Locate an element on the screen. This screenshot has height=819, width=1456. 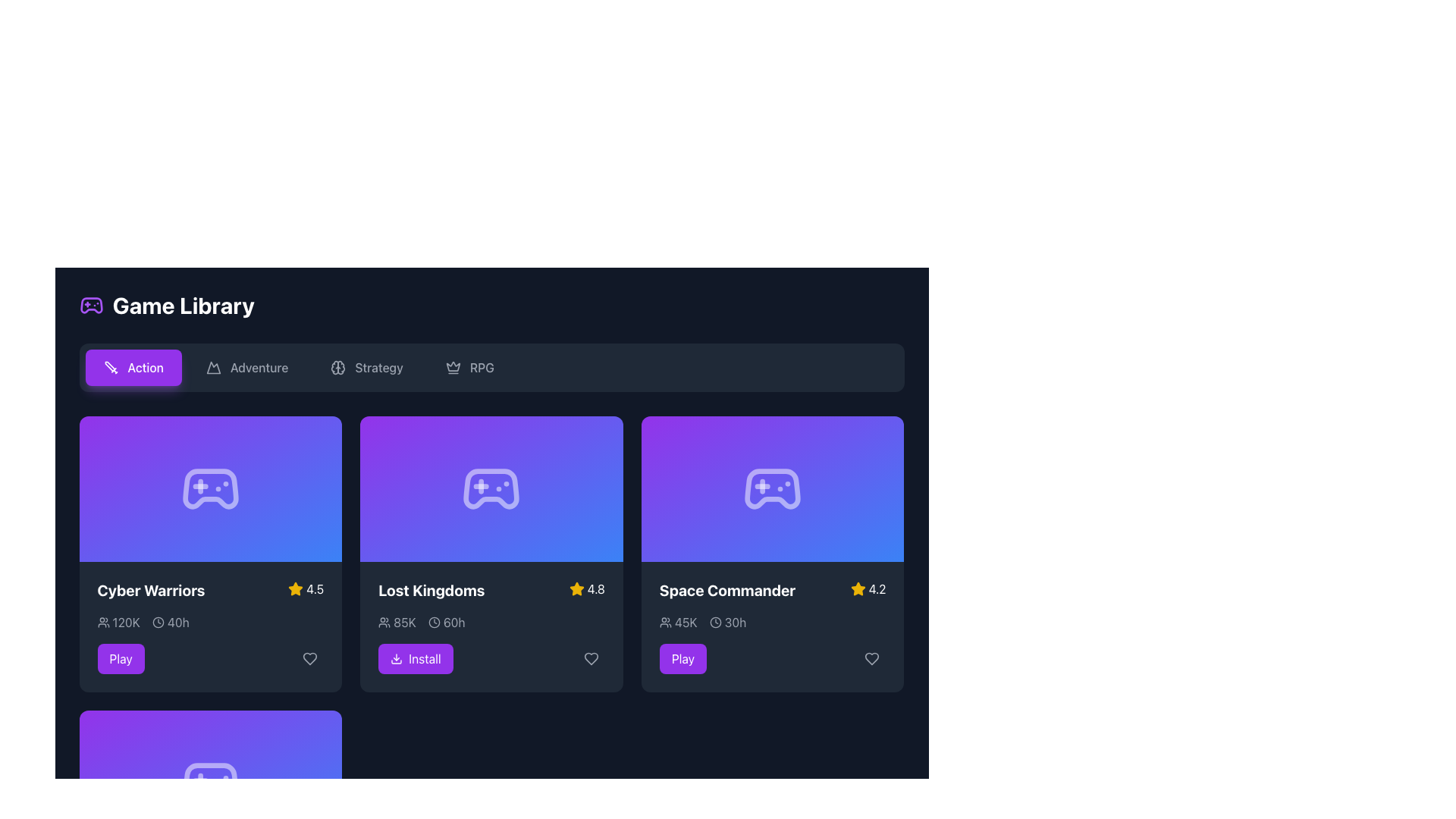
text element displaying '85K', which indicates the number of people or players associated with the game 'Lost Kingdoms', located beneath the game title and to the left of the '60h' text is located at coordinates (397, 623).